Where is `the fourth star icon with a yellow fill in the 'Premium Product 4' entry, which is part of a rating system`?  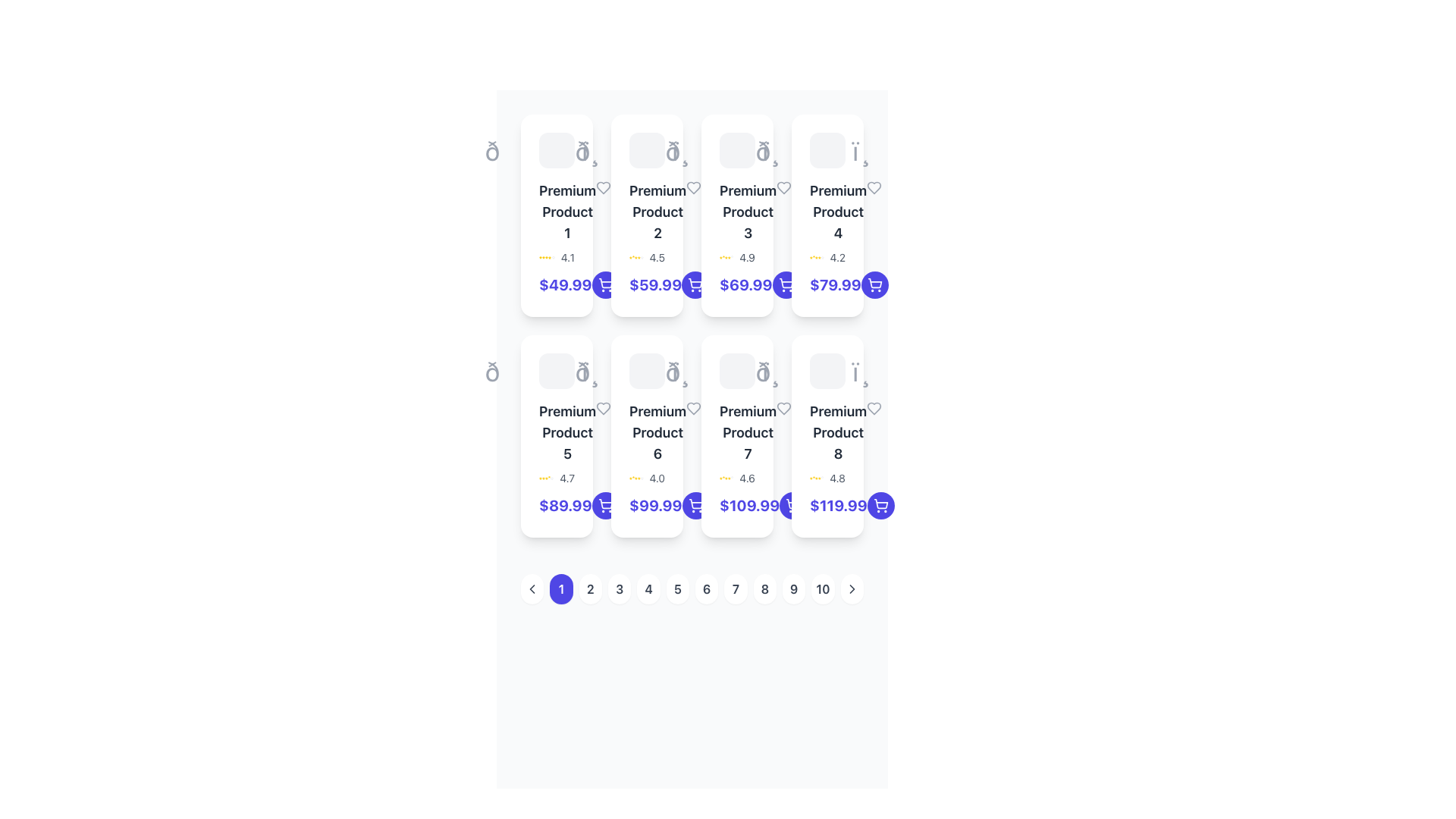 the fourth star icon with a yellow fill in the 'Premium Product 4' entry, which is part of a rating system is located at coordinates (816, 256).